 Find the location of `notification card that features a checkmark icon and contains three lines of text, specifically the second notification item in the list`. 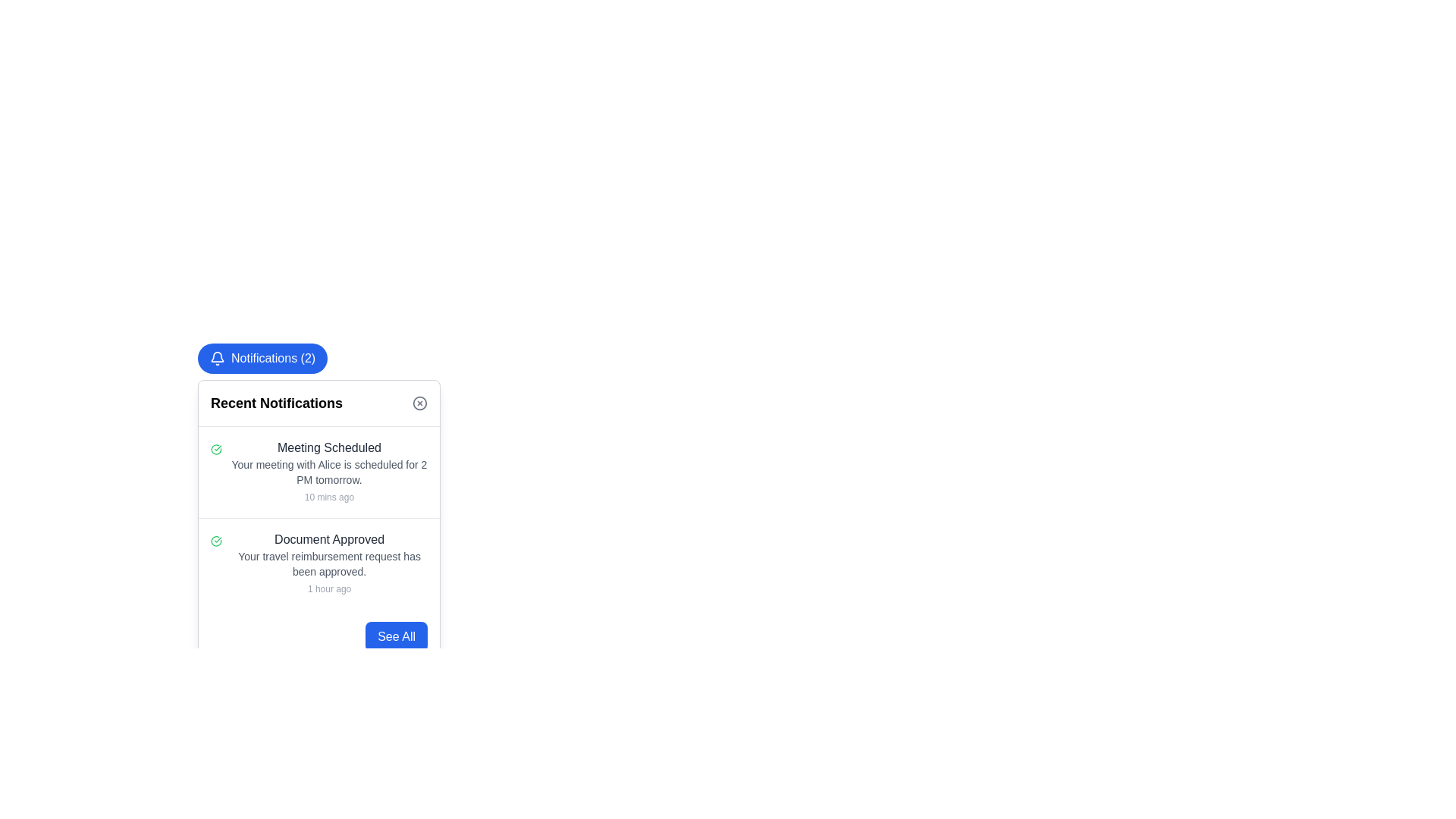

notification card that features a checkmark icon and contains three lines of text, specifically the second notification item in the list is located at coordinates (318, 563).